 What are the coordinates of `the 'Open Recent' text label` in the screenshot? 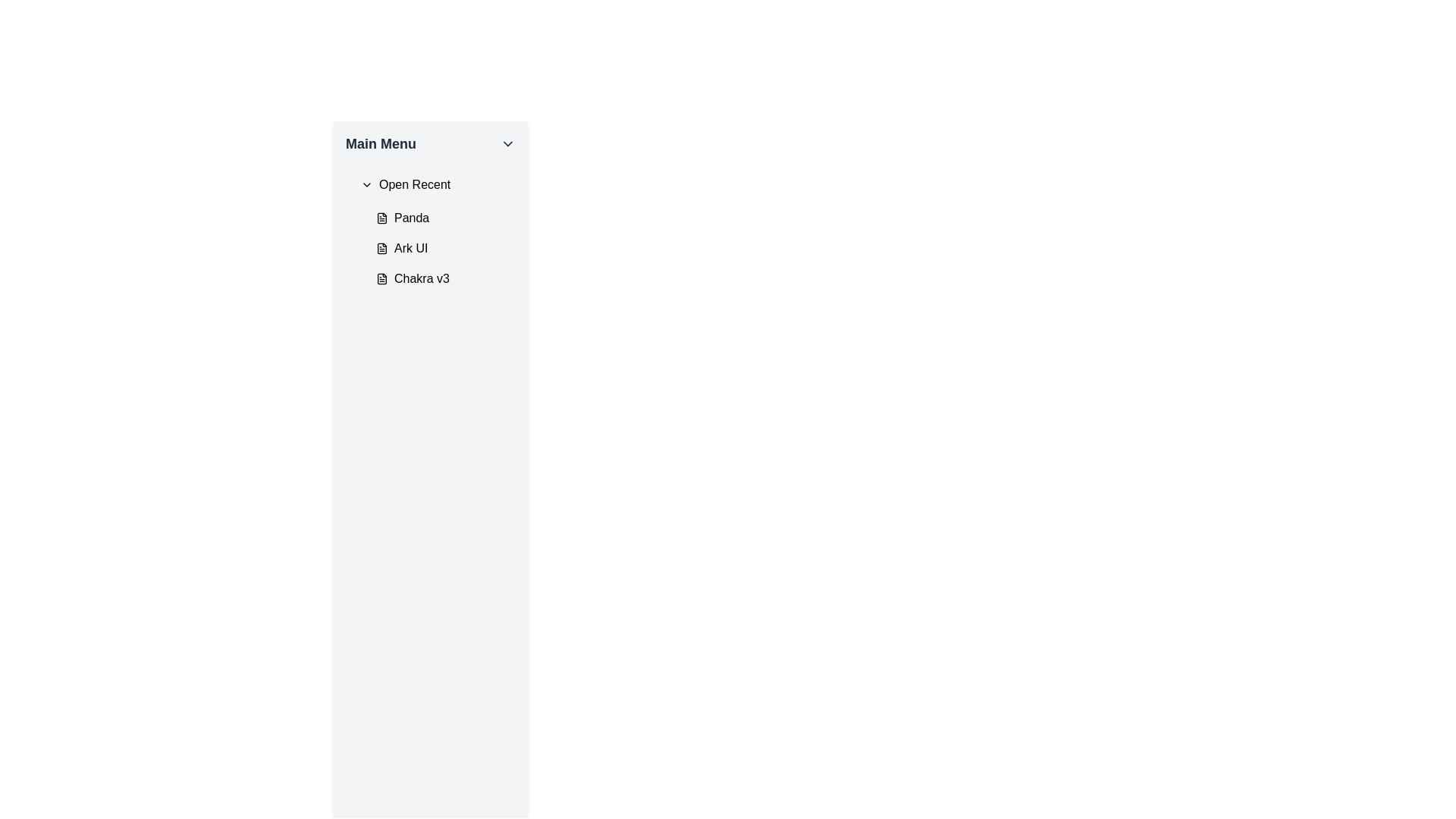 It's located at (415, 184).